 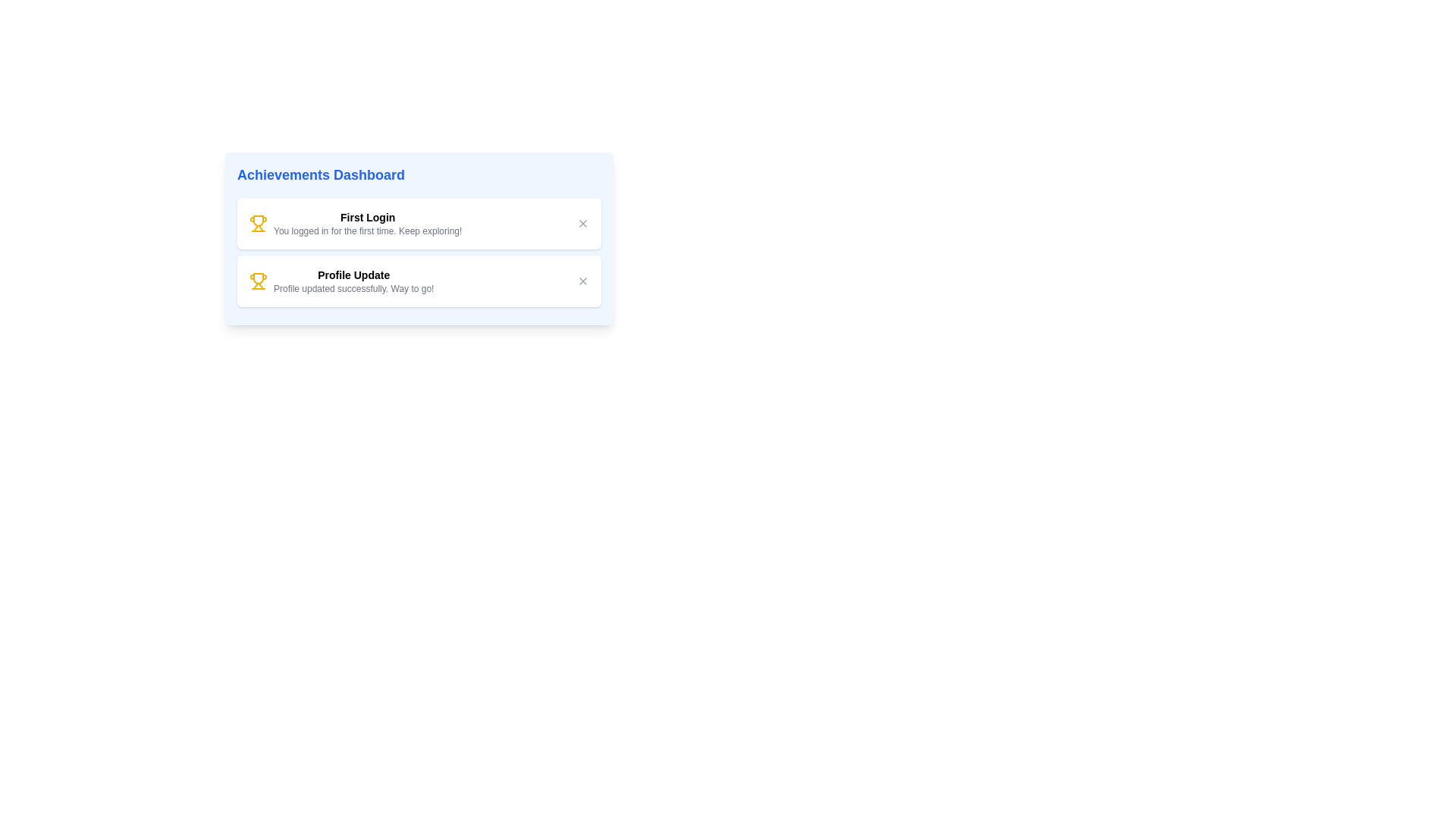 I want to click on the Notification card in the Achievements Dashboard section, which features a gold trophy icon and the text 'First Login.', so click(x=419, y=223).